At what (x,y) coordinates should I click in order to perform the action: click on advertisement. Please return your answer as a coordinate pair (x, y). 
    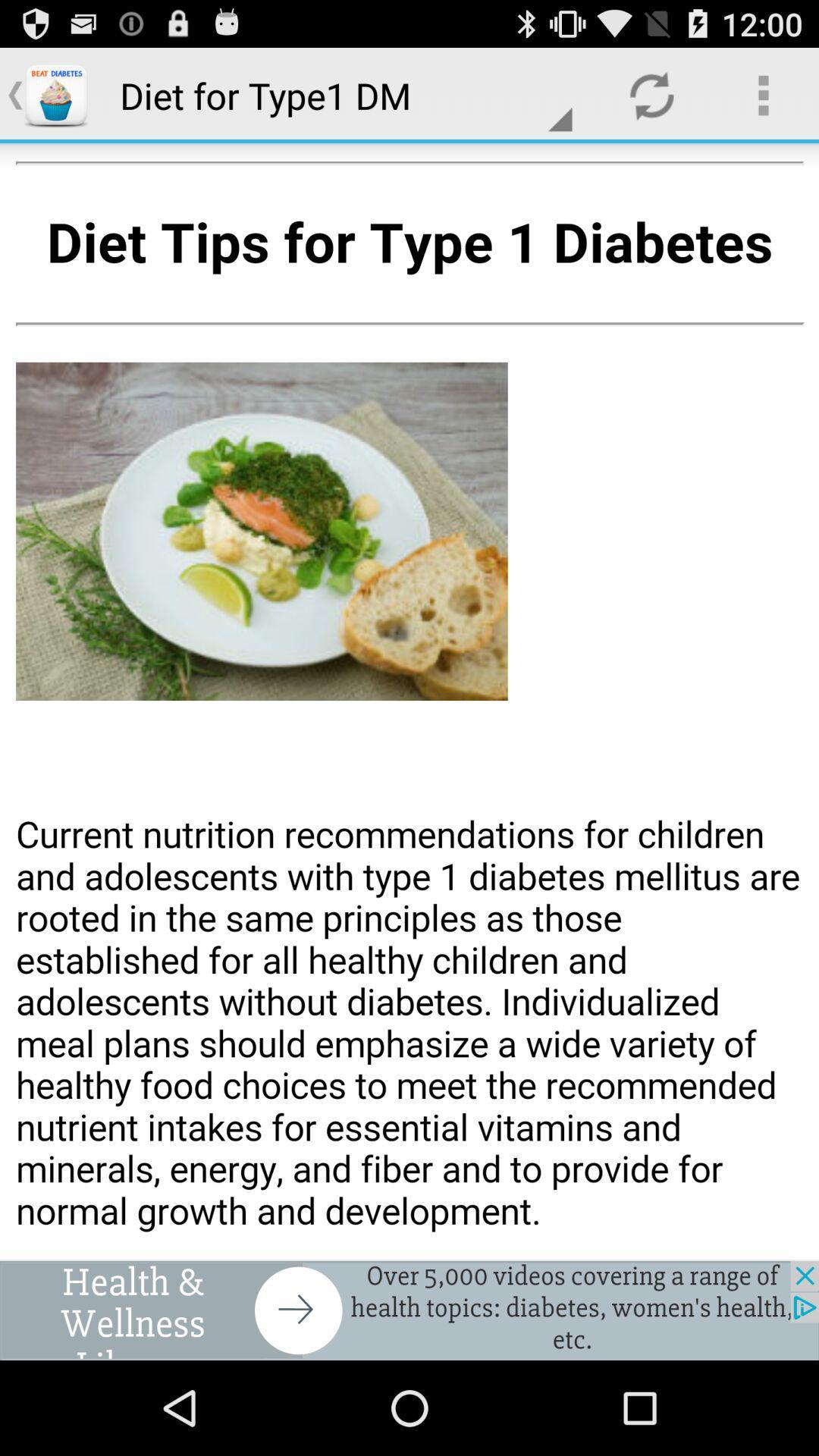
    Looking at the image, I should click on (409, 1310).